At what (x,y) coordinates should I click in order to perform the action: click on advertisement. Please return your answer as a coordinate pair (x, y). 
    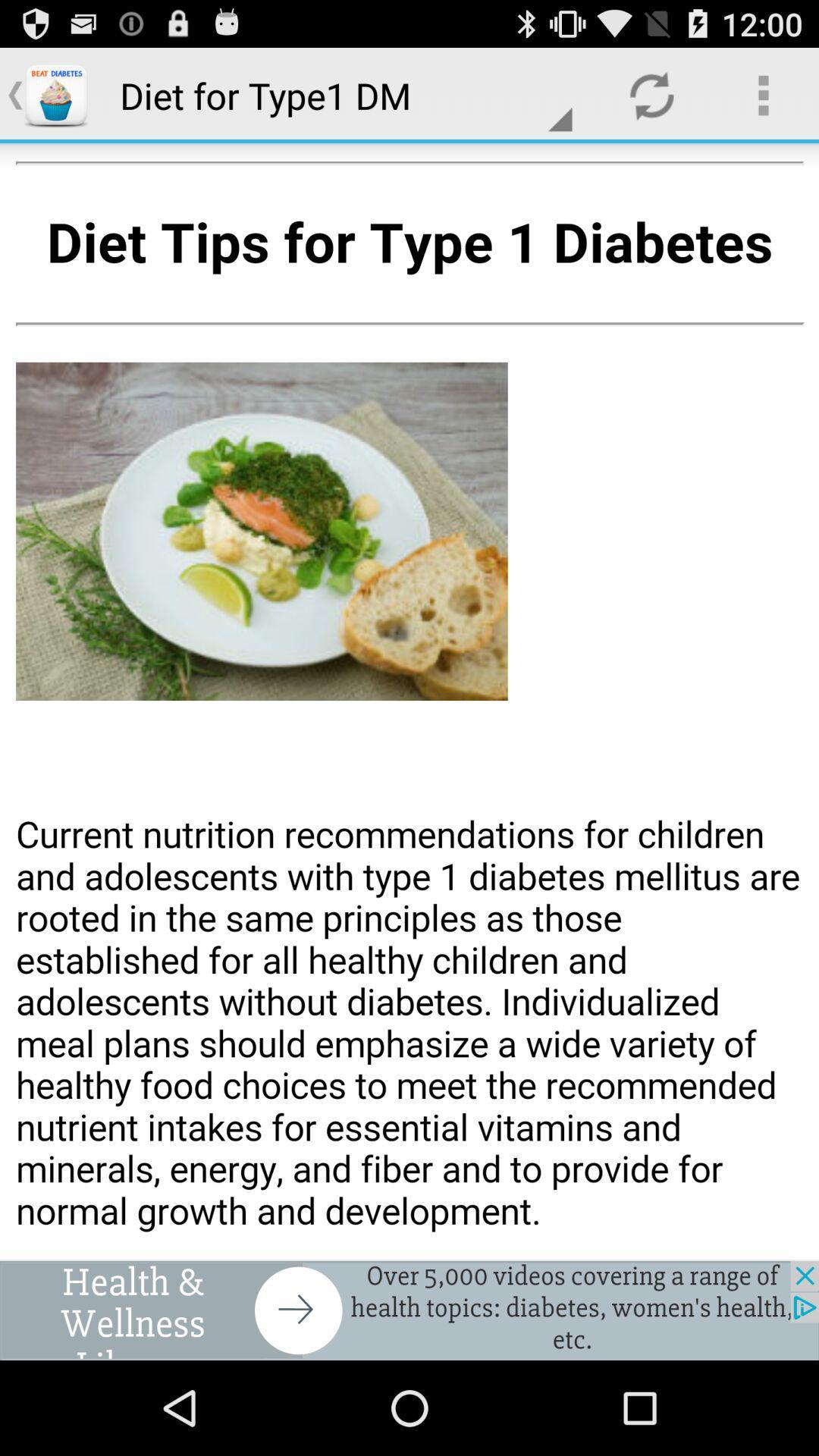
    Looking at the image, I should click on (409, 1310).